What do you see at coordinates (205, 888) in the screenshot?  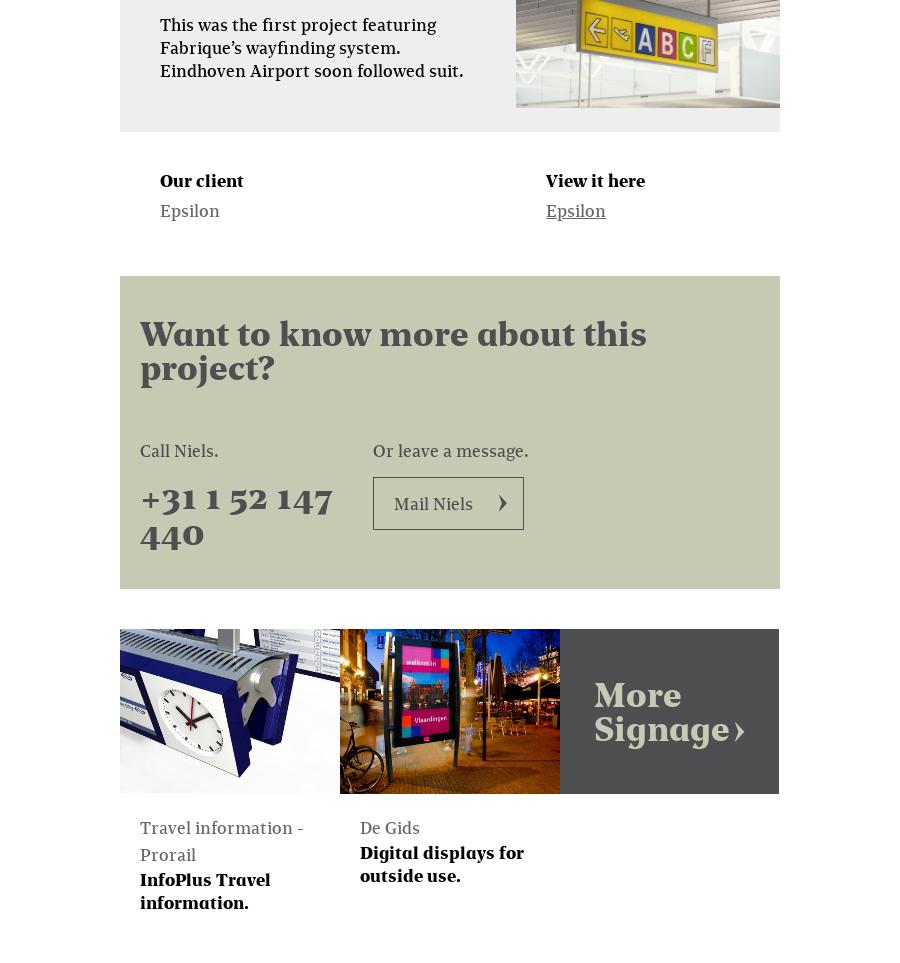 I see `'InfoPlus Travel information.'` at bounding box center [205, 888].